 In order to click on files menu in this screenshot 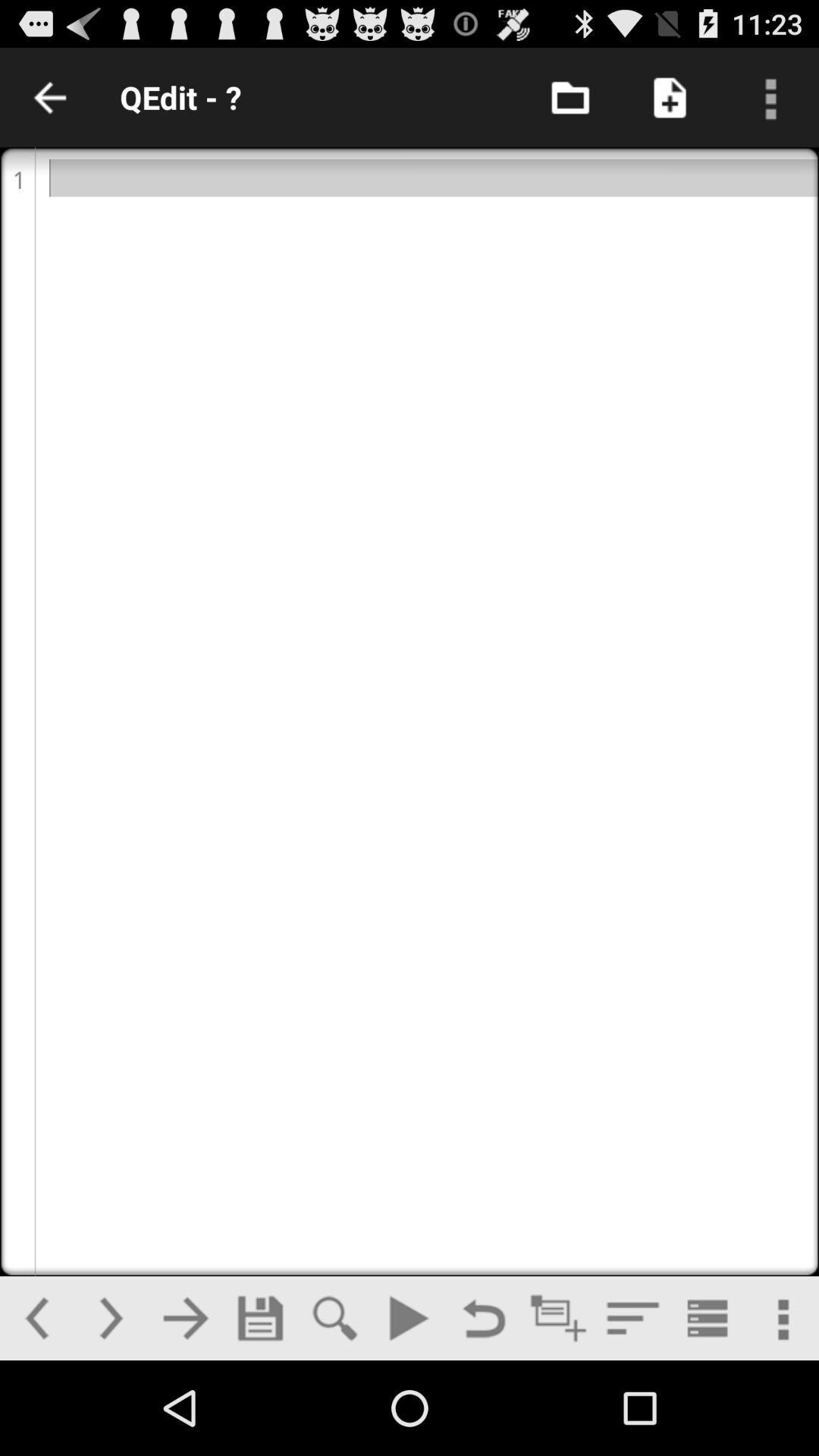, I will do `click(570, 96)`.